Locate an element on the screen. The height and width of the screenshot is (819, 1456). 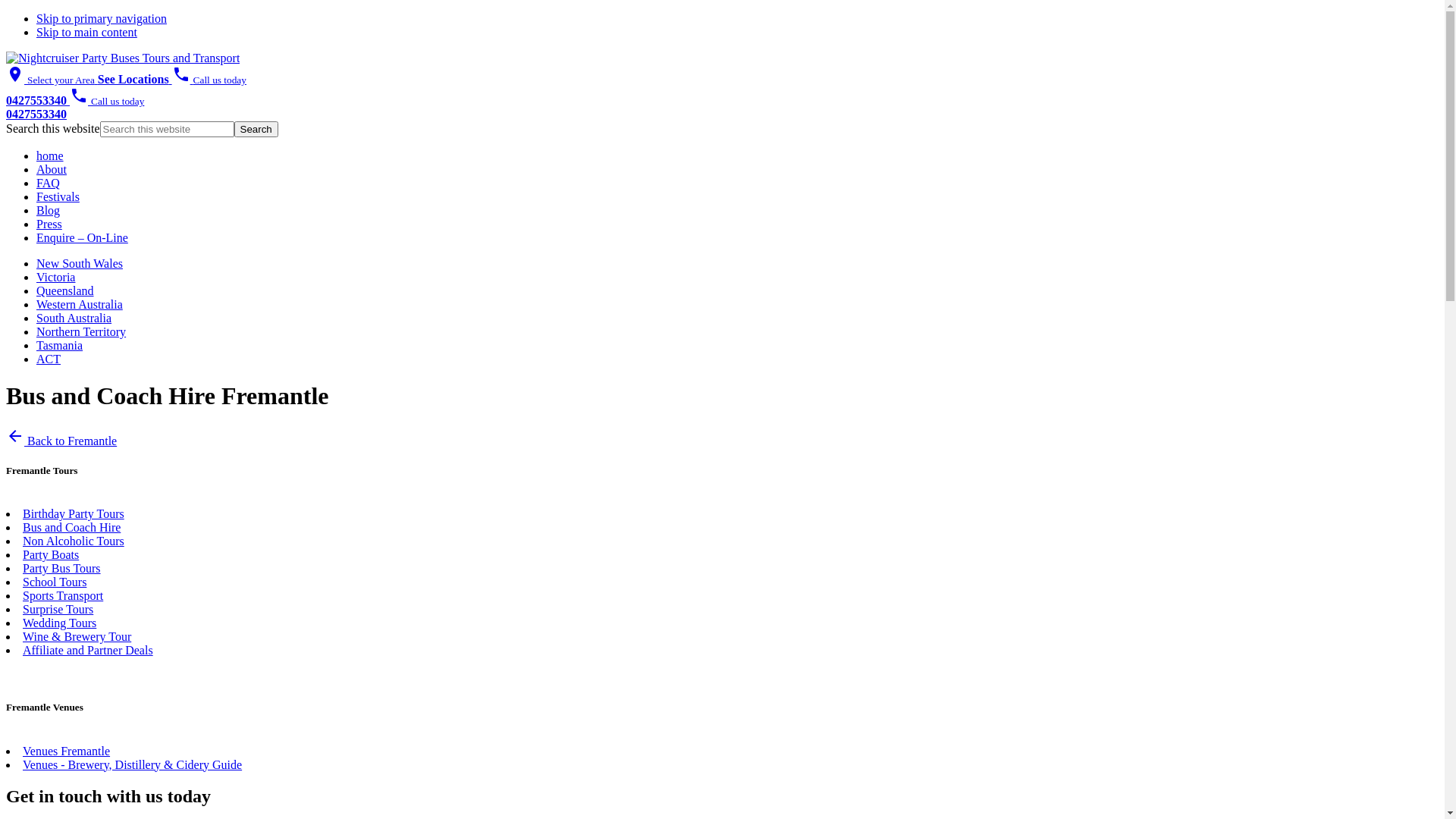
'School Tours' is located at coordinates (55, 581).